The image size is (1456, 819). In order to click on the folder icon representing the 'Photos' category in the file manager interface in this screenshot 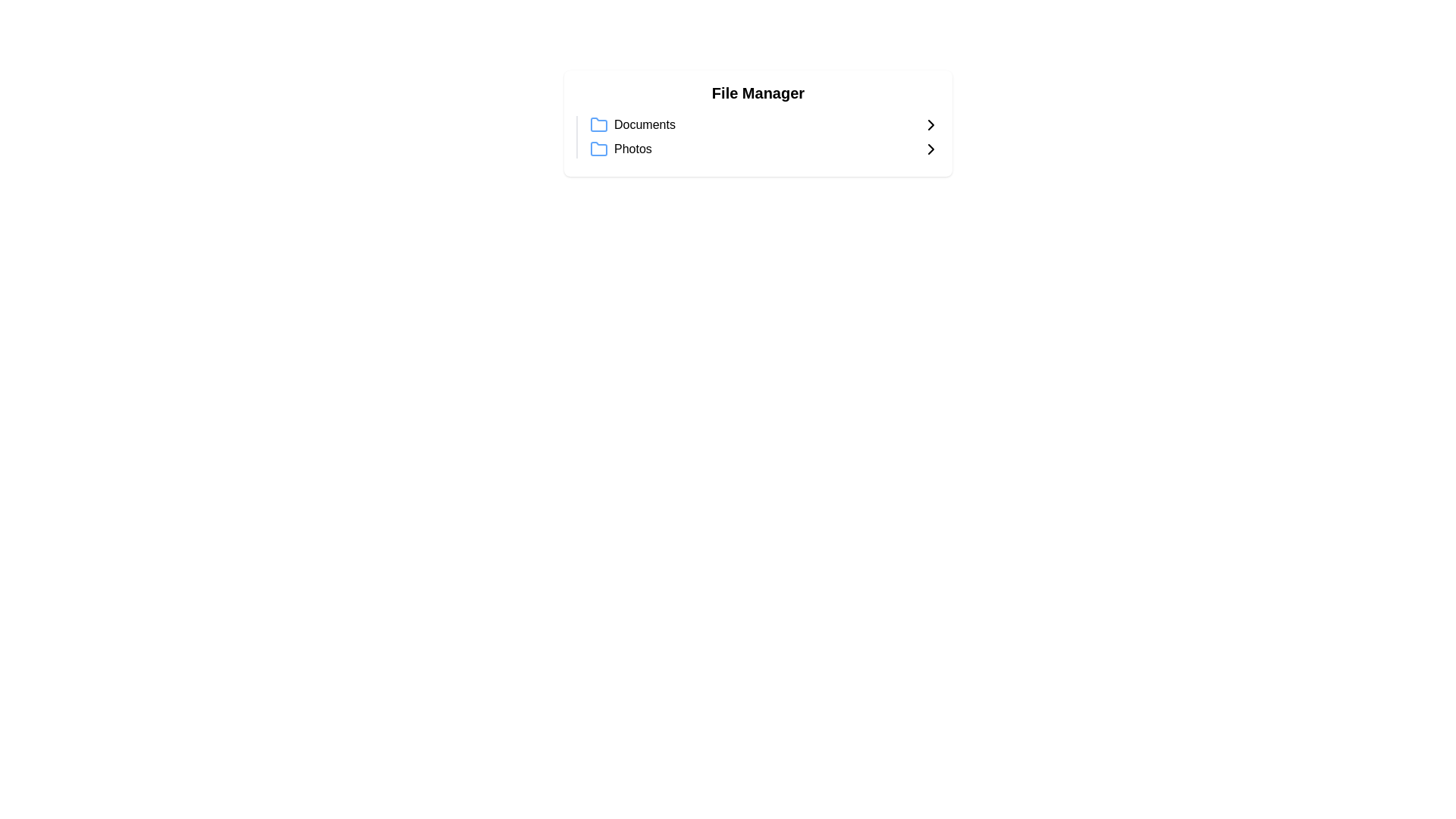, I will do `click(598, 124)`.